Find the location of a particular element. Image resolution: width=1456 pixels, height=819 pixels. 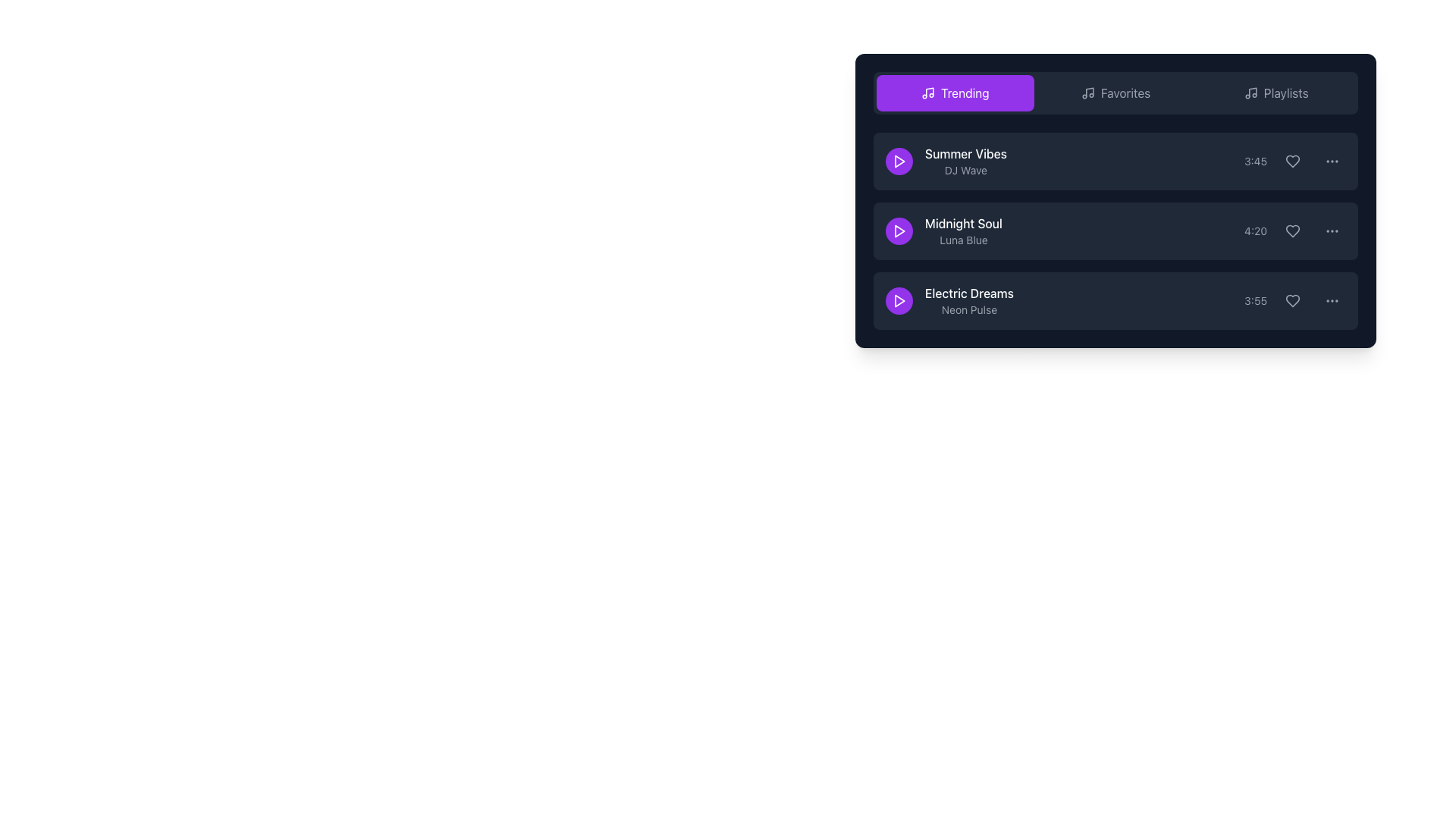

the heart-shaped icon located to the right of the time duration ('3:45') in the first list item of the vertically stacked list is located at coordinates (1294, 161).